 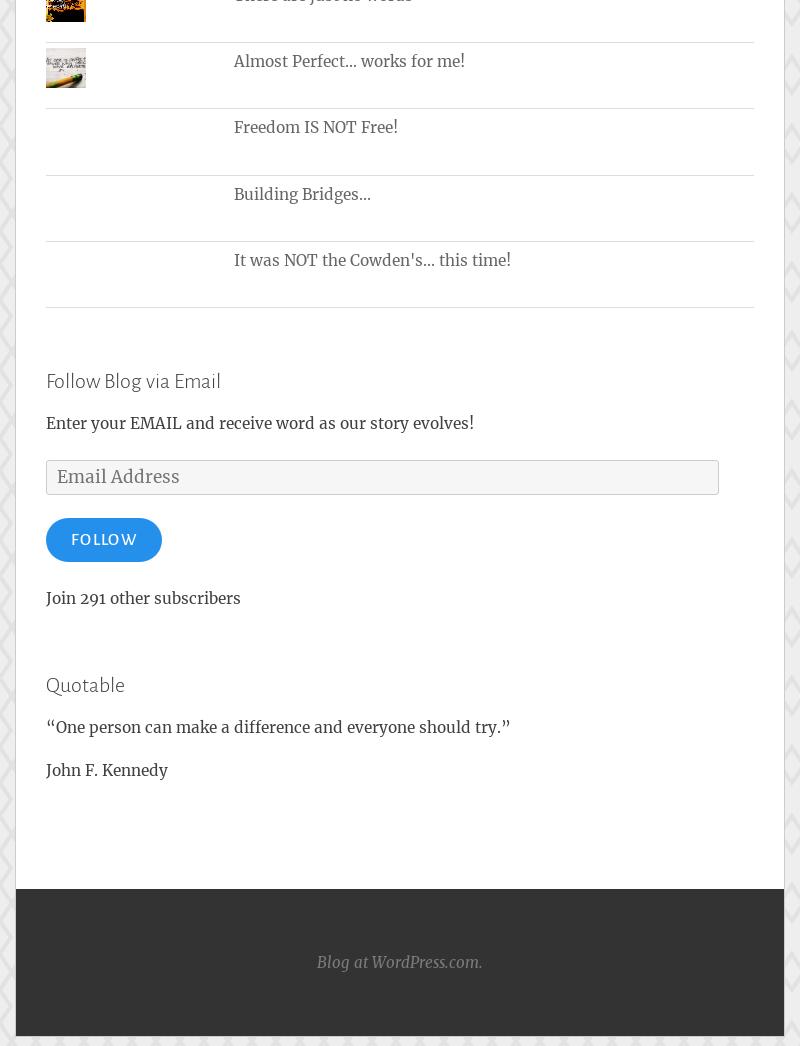 I want to click on 'Quotable', so click(x=85, y=685).